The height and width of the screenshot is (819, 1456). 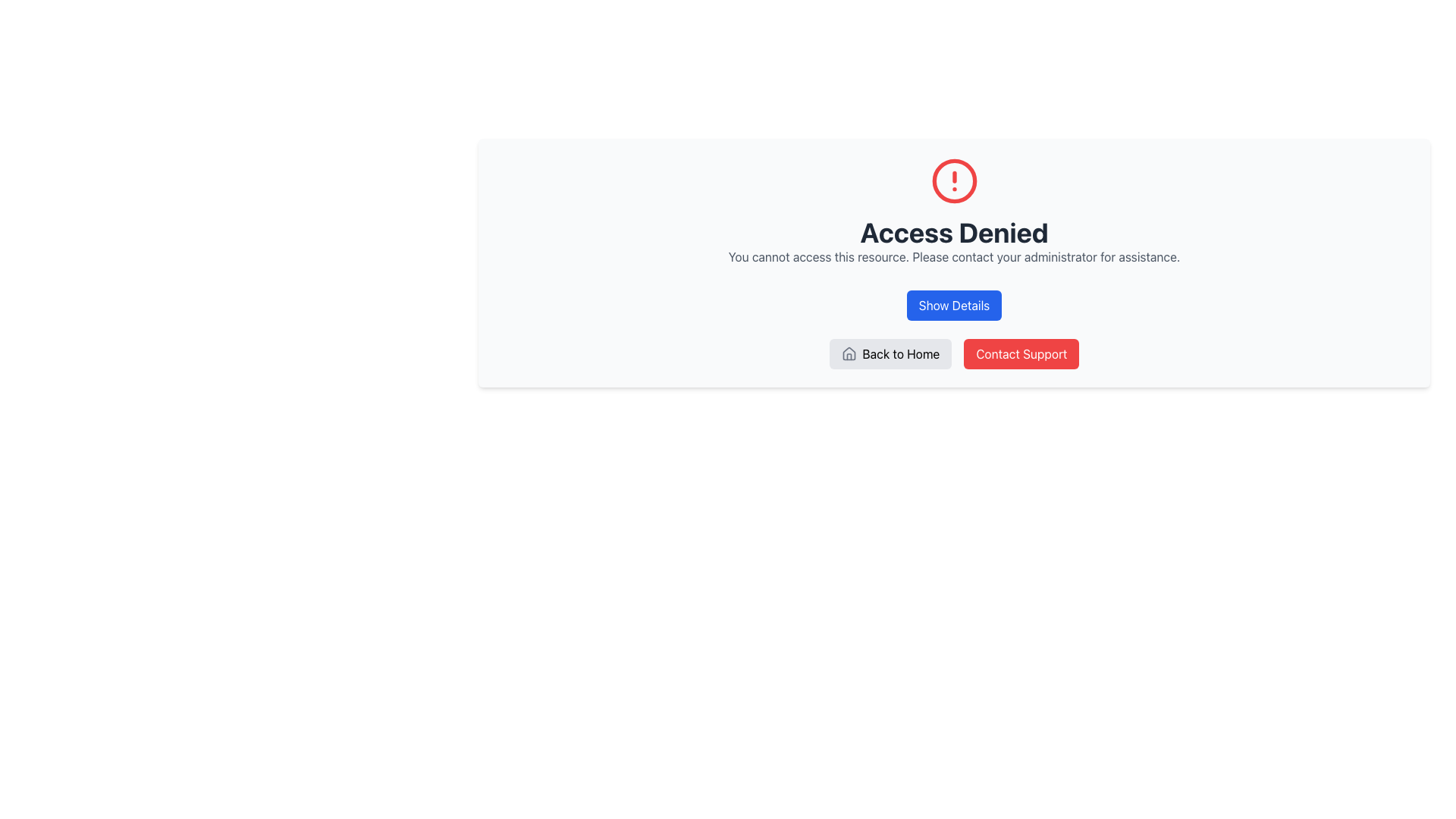 What do you see at coordinates (953, 256) in the screenshot?
I see `informational text displayed in medium gray font, located directly beneath the 'Access Denied' headline` at bounding box center [953, 256].